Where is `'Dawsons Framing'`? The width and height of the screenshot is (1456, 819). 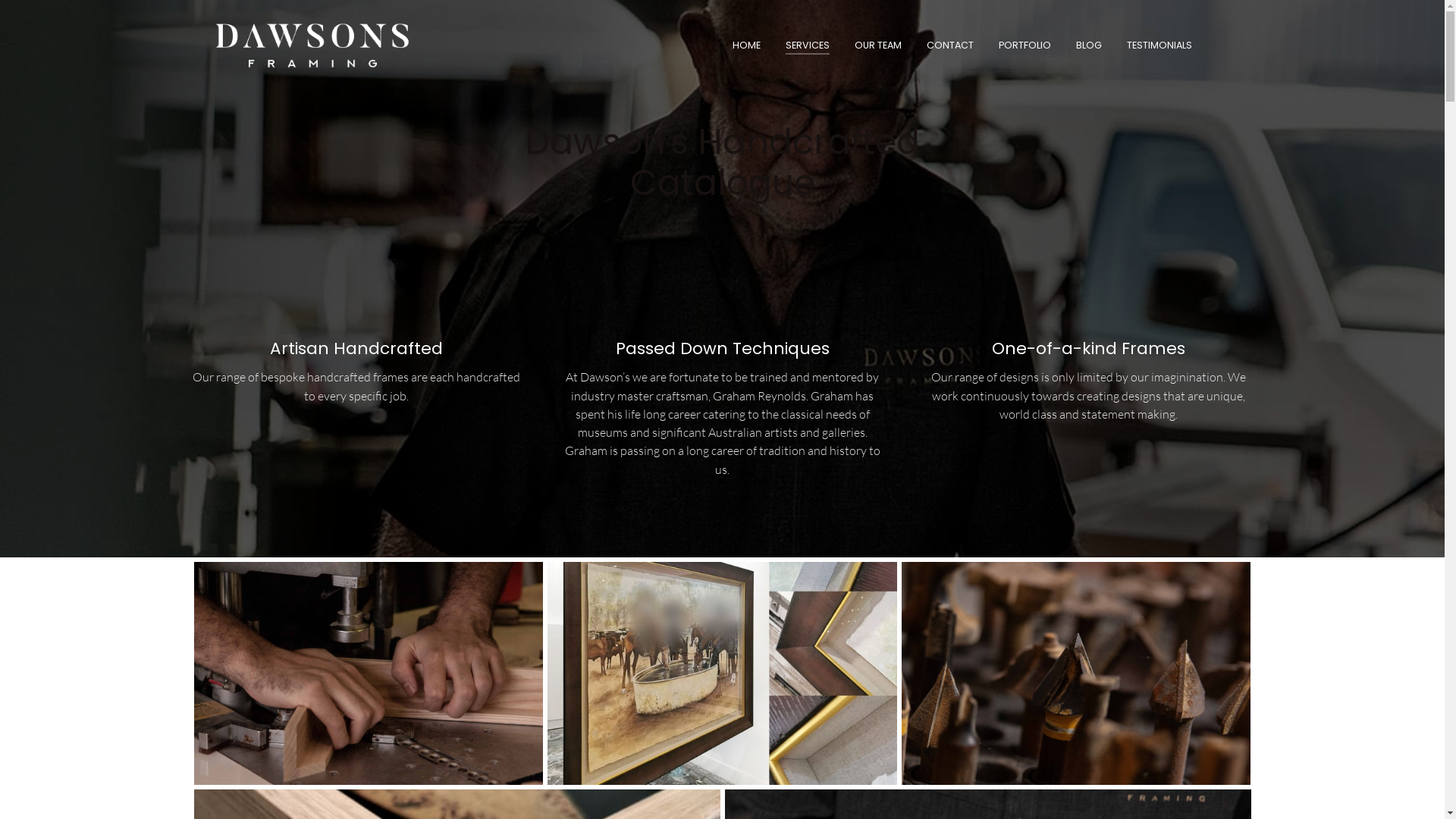 'Dawsons Framing' is located at coordinates (190, 45).